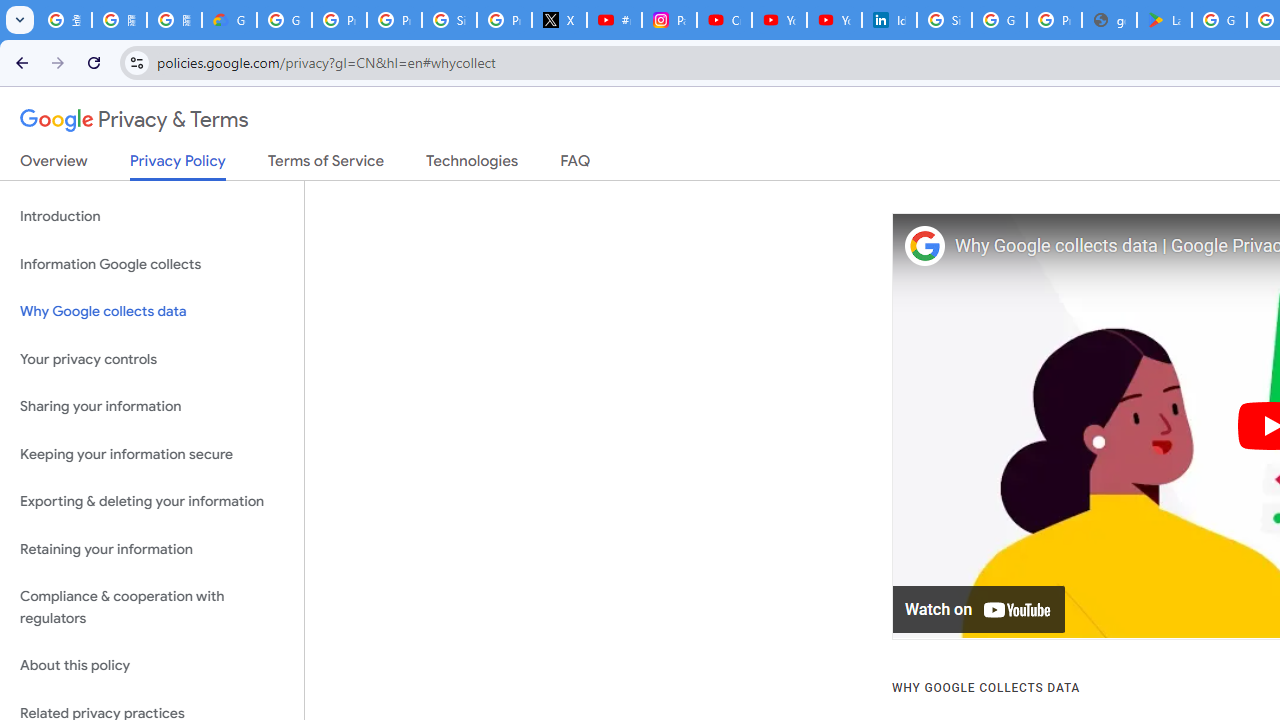 This screenshot has height=720, width=1280. What do you see at coordinates (471, 164) in the screenshot?
I see `'Technologies'` at bounding box center [471, 164].